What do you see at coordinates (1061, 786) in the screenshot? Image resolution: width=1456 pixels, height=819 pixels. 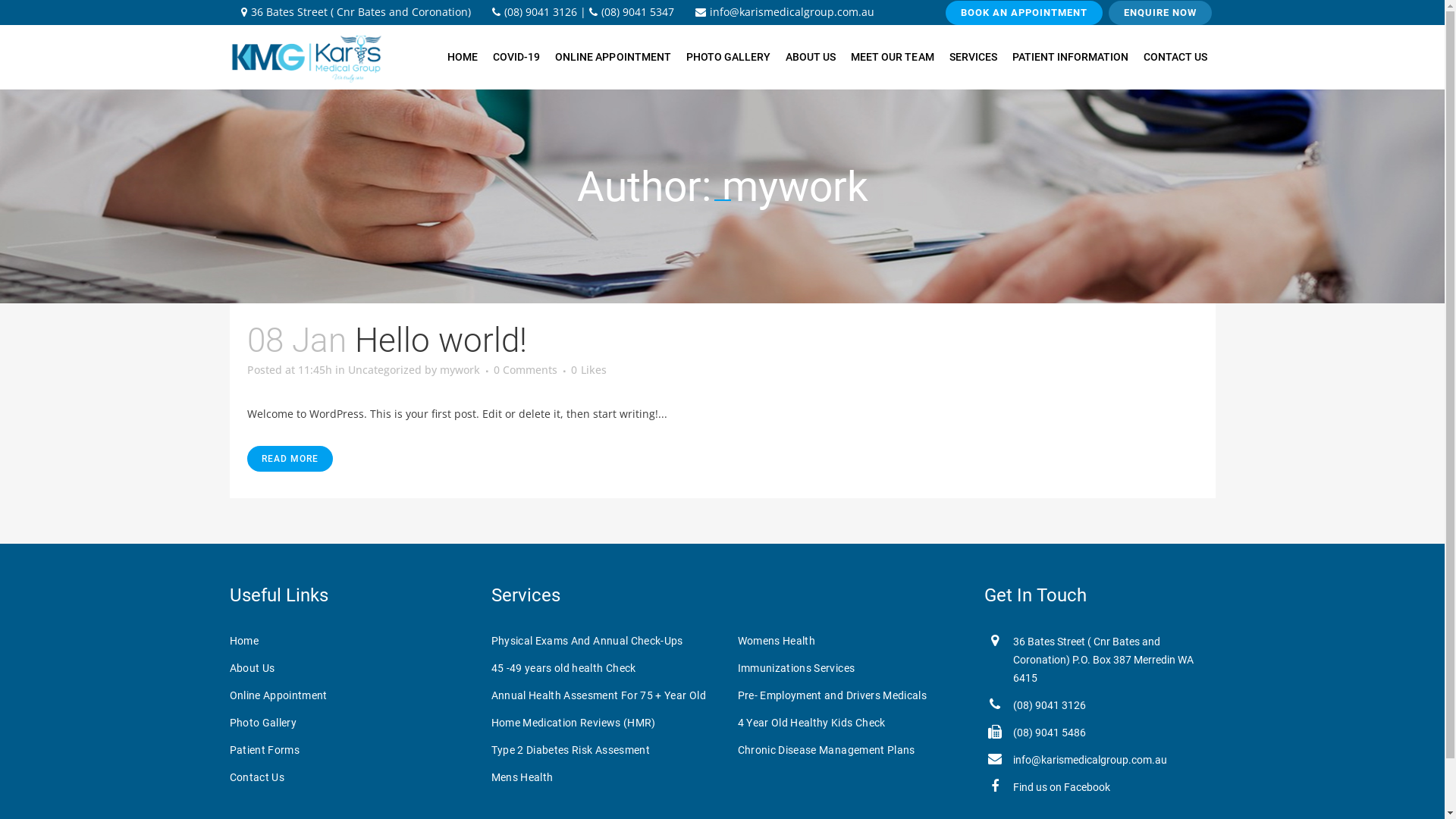 I see `'Find us on Facebook'` at bounding box center [1061, 786].